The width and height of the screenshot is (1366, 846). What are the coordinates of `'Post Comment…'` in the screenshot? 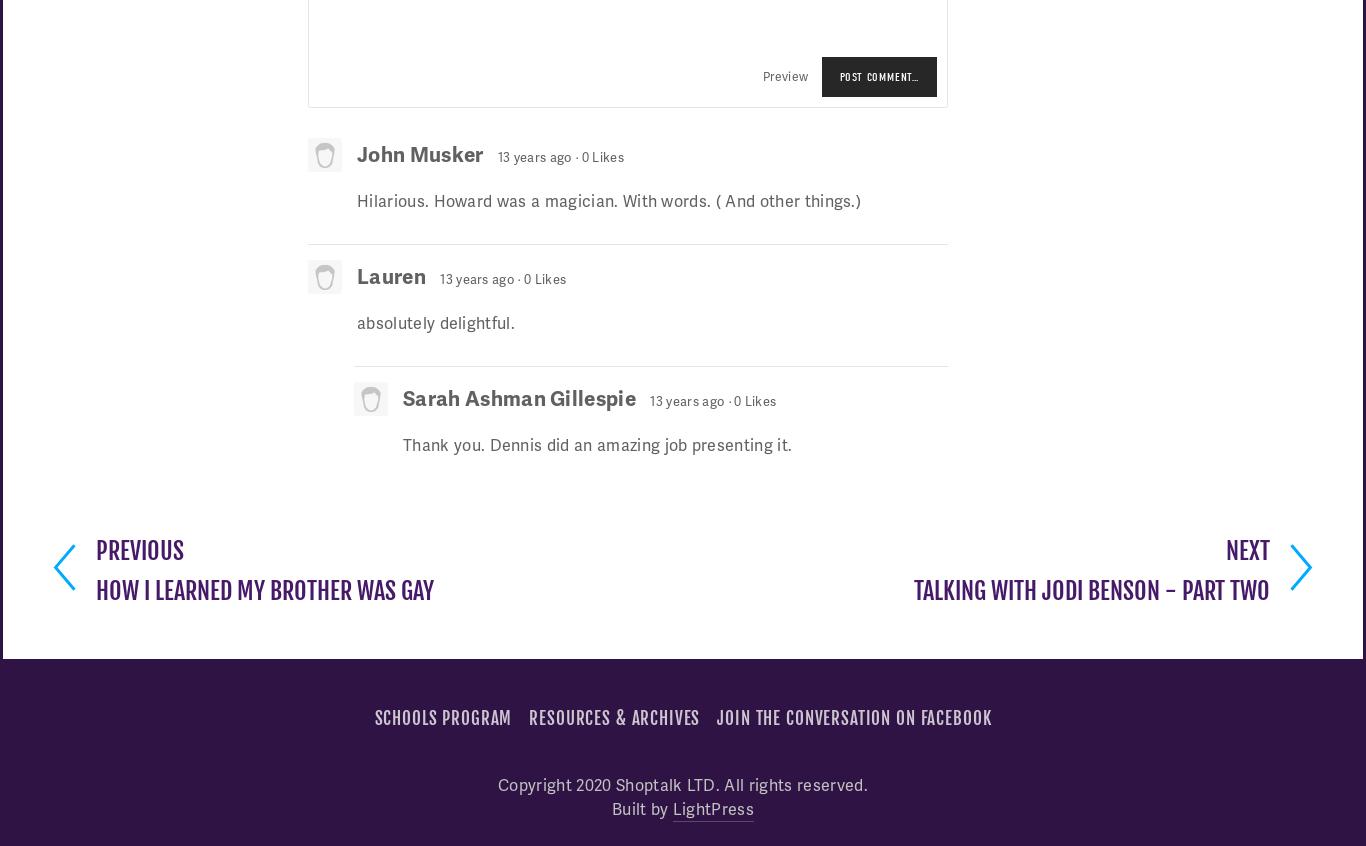 It's located at (878, 75).